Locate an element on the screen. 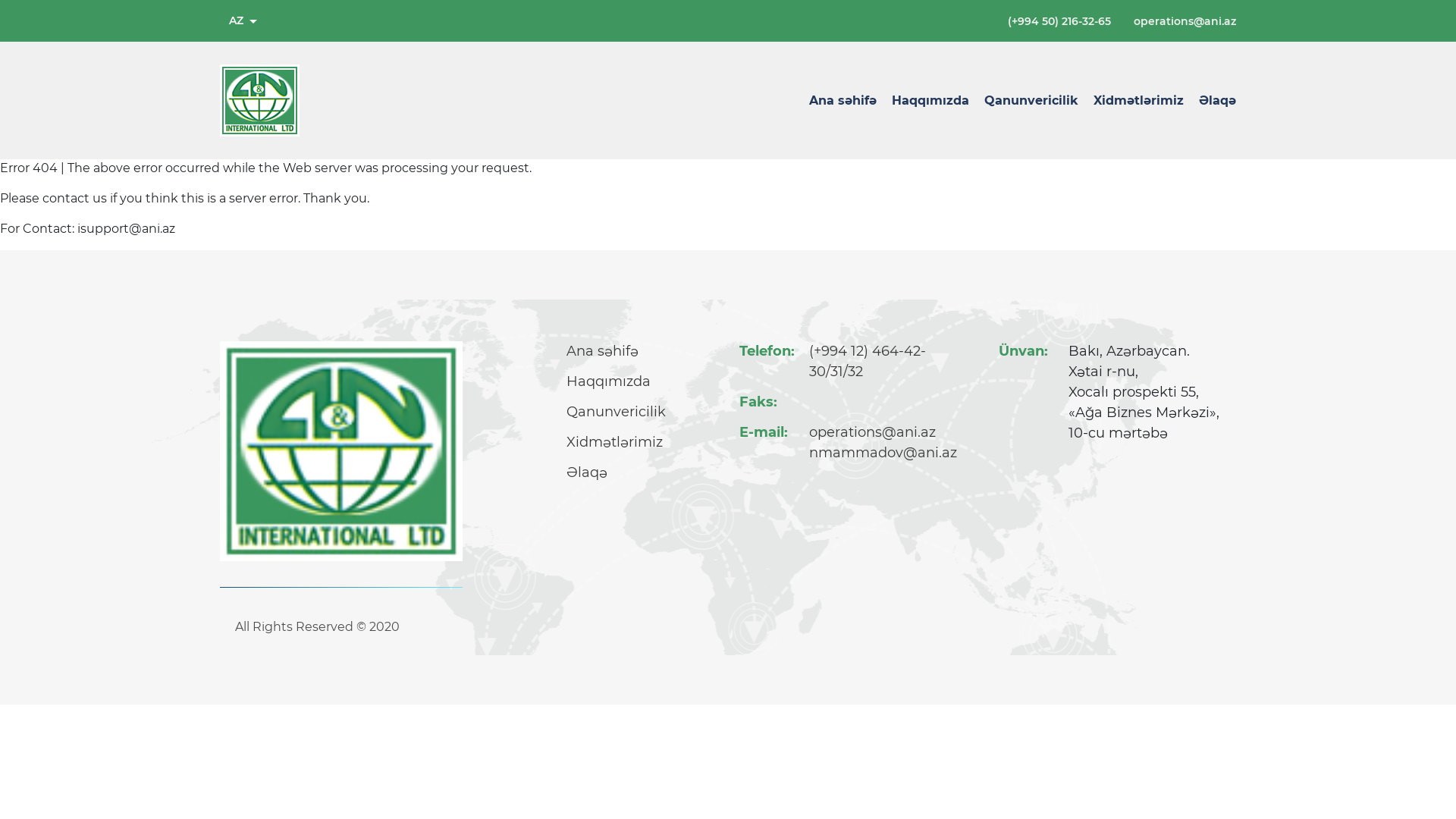 Image resolution: width=1456 pixels, height=819 pixels. '(+994 50) 216-32-65' is located at coordinates (1058, 20).